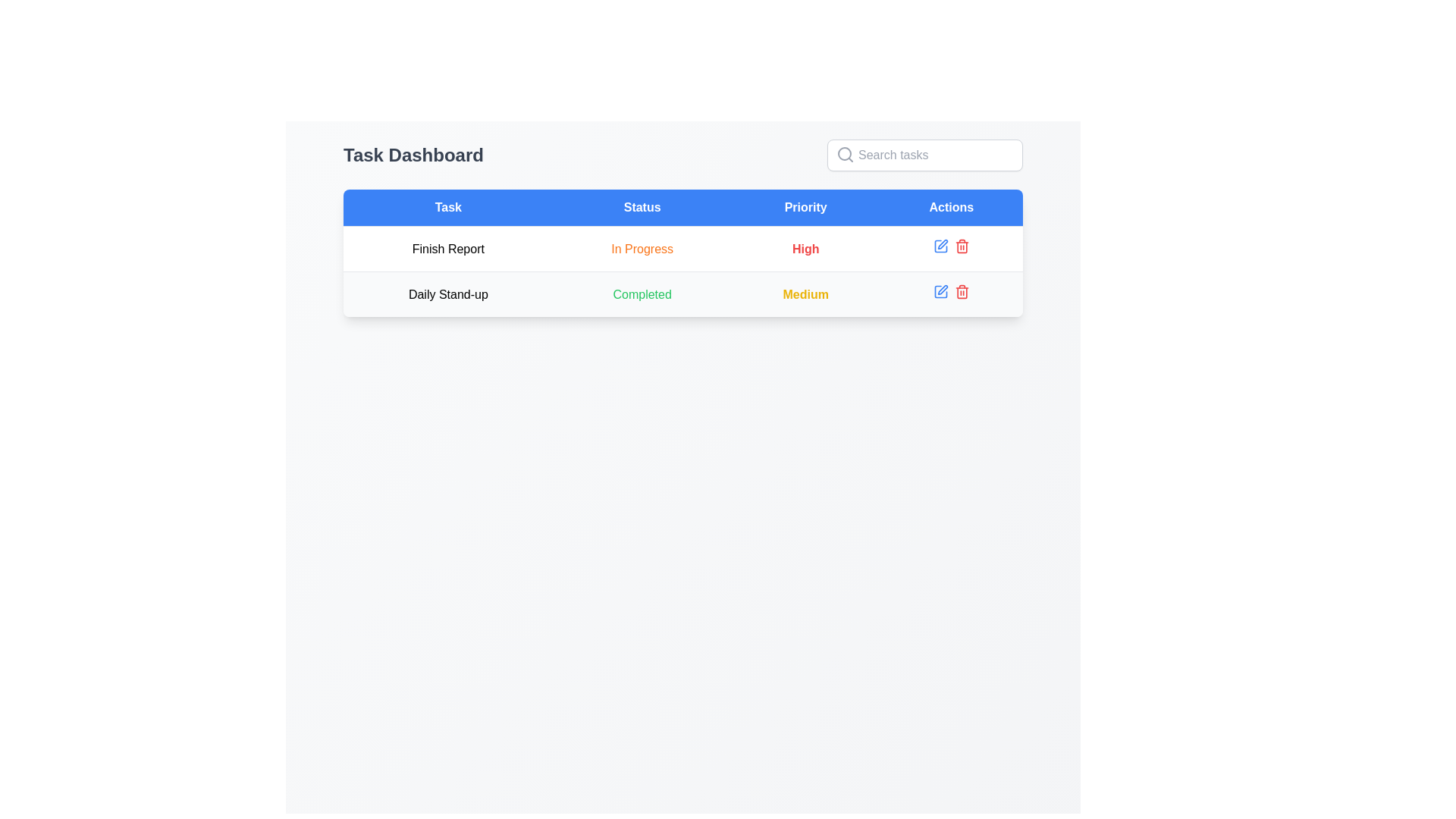  Describe the element at coordinates (682, 271) in the screenshot. I see `the first row of the task table` at that location.